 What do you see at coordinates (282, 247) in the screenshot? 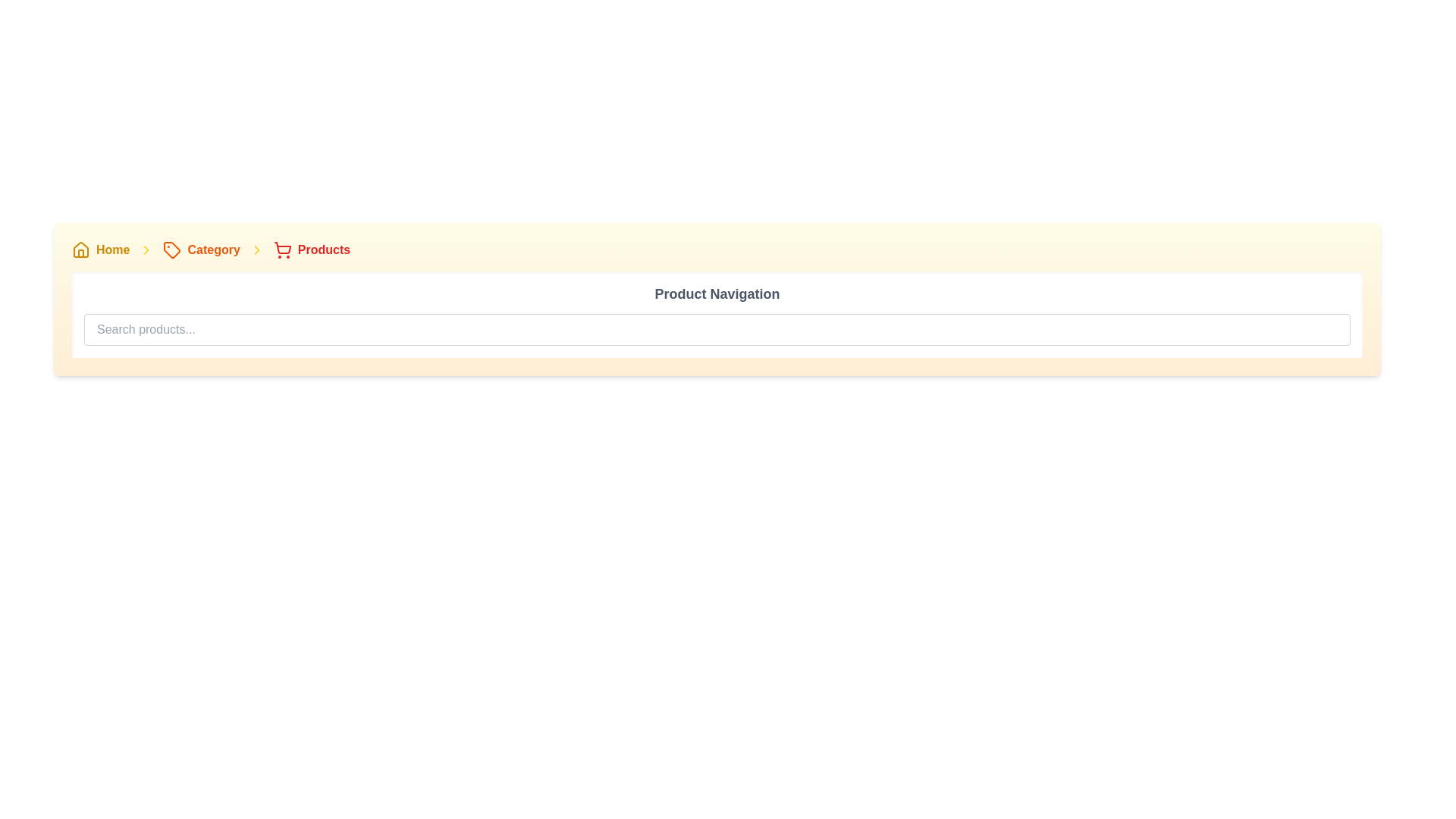
I see `the main body of the red shopping cart icon in the breadcrumb navigation bar, which is the fourth item under the 'Products' label` at bounding box center [282, 247].